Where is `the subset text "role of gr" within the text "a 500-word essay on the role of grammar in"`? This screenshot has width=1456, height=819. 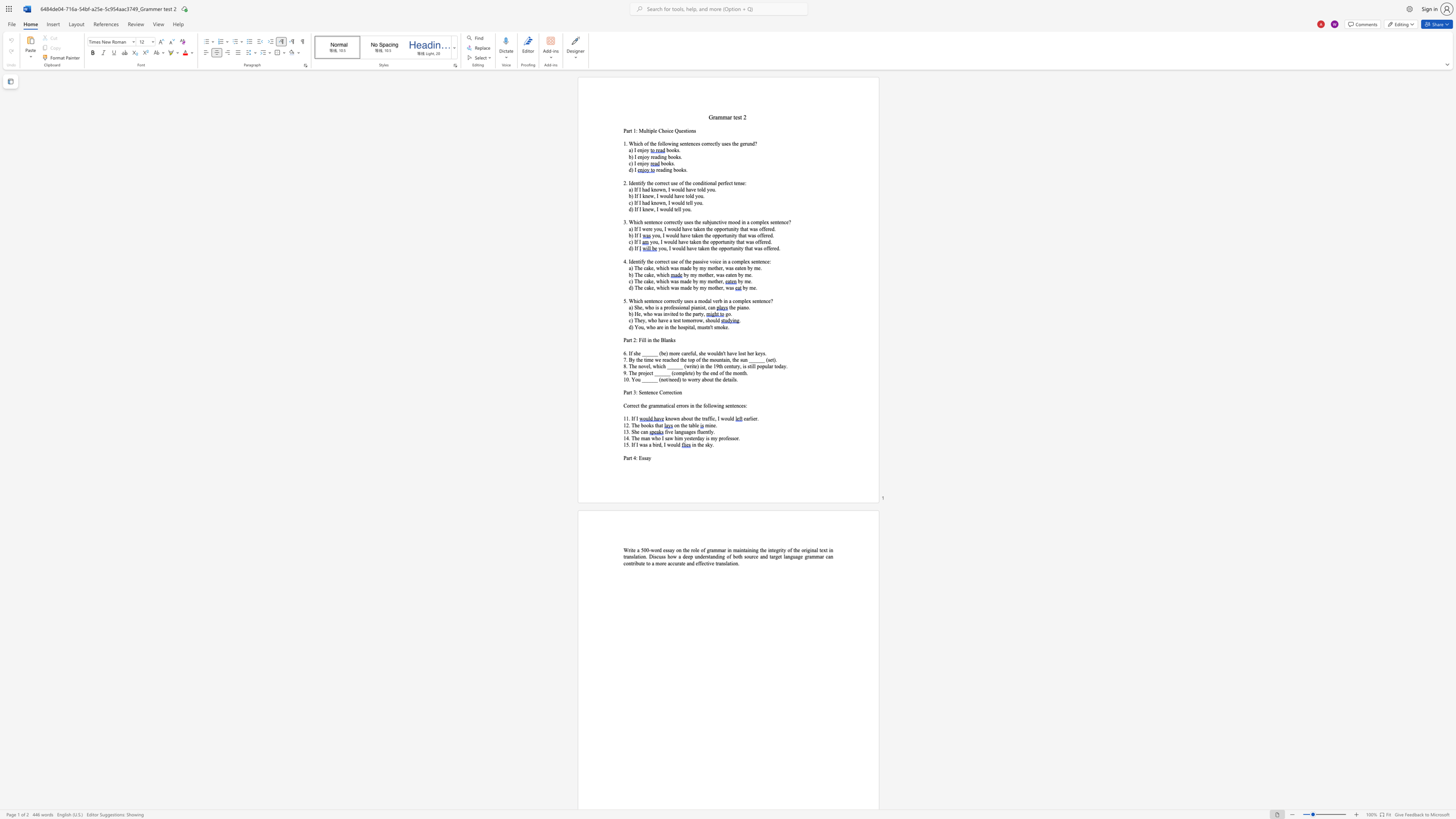
the subset text "role of gr" within the text "a 500-word essay on the role of grammar in" is located at coordinates (691, 549).